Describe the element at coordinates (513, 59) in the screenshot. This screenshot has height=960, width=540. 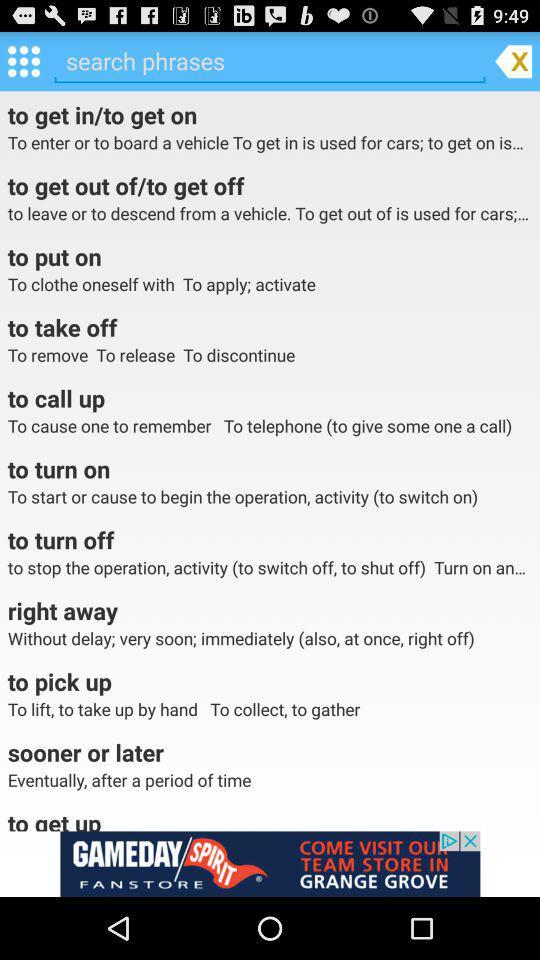
I see `the file` at that location.